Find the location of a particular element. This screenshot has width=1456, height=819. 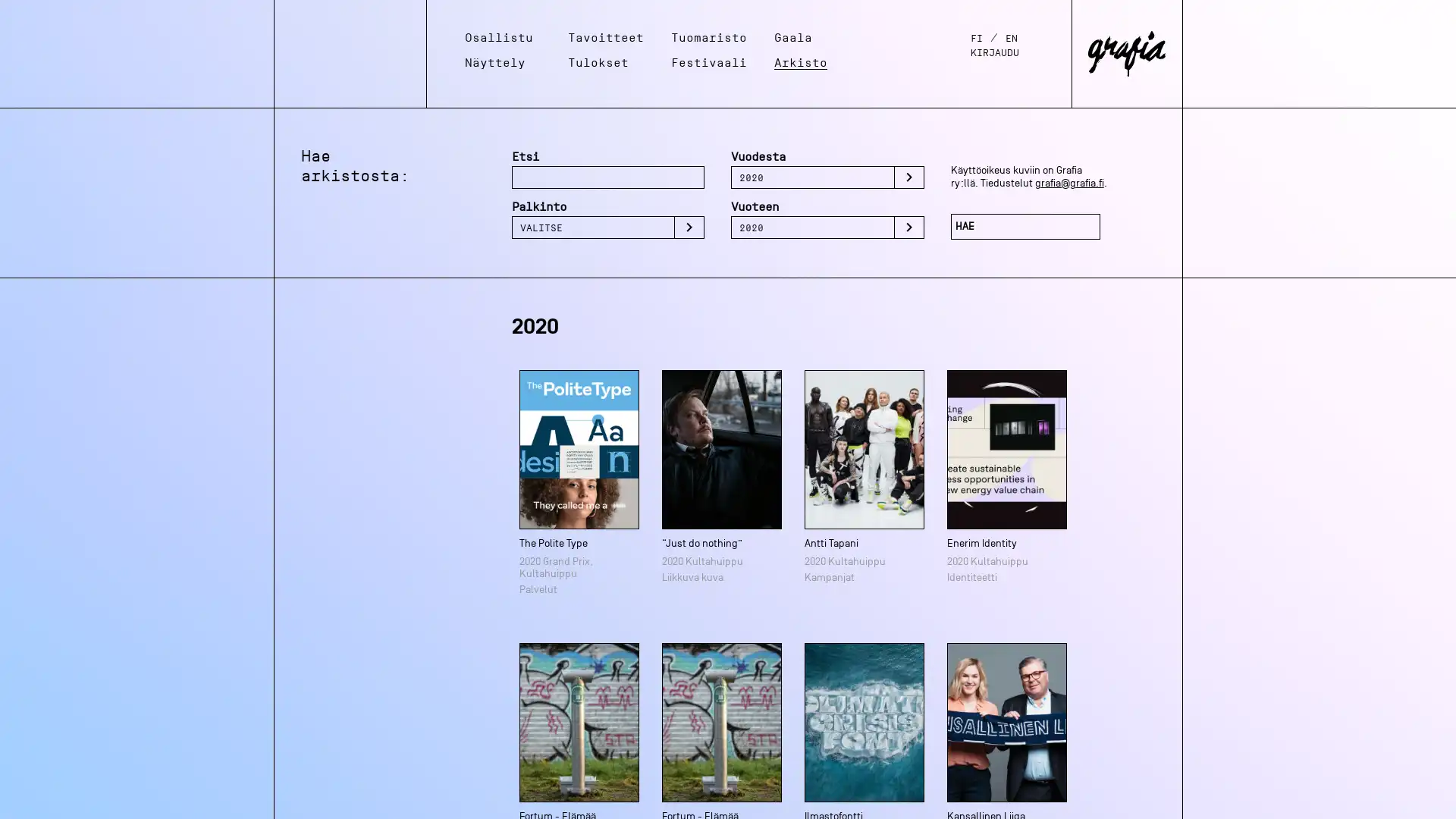

> is located at coordinates (908, 227).